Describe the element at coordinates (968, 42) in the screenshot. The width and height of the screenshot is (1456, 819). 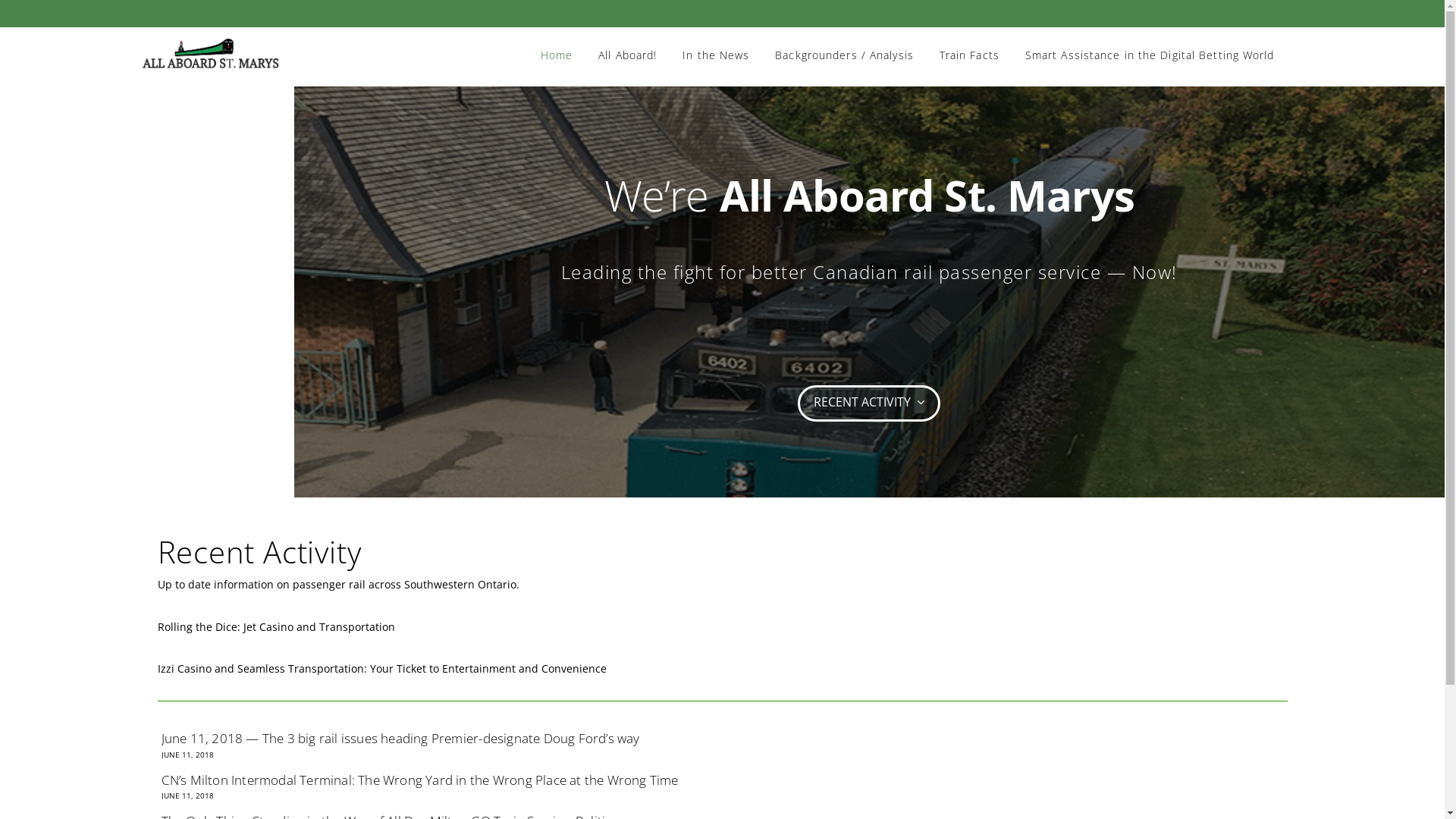
I see `'Train Facts'` at that location.